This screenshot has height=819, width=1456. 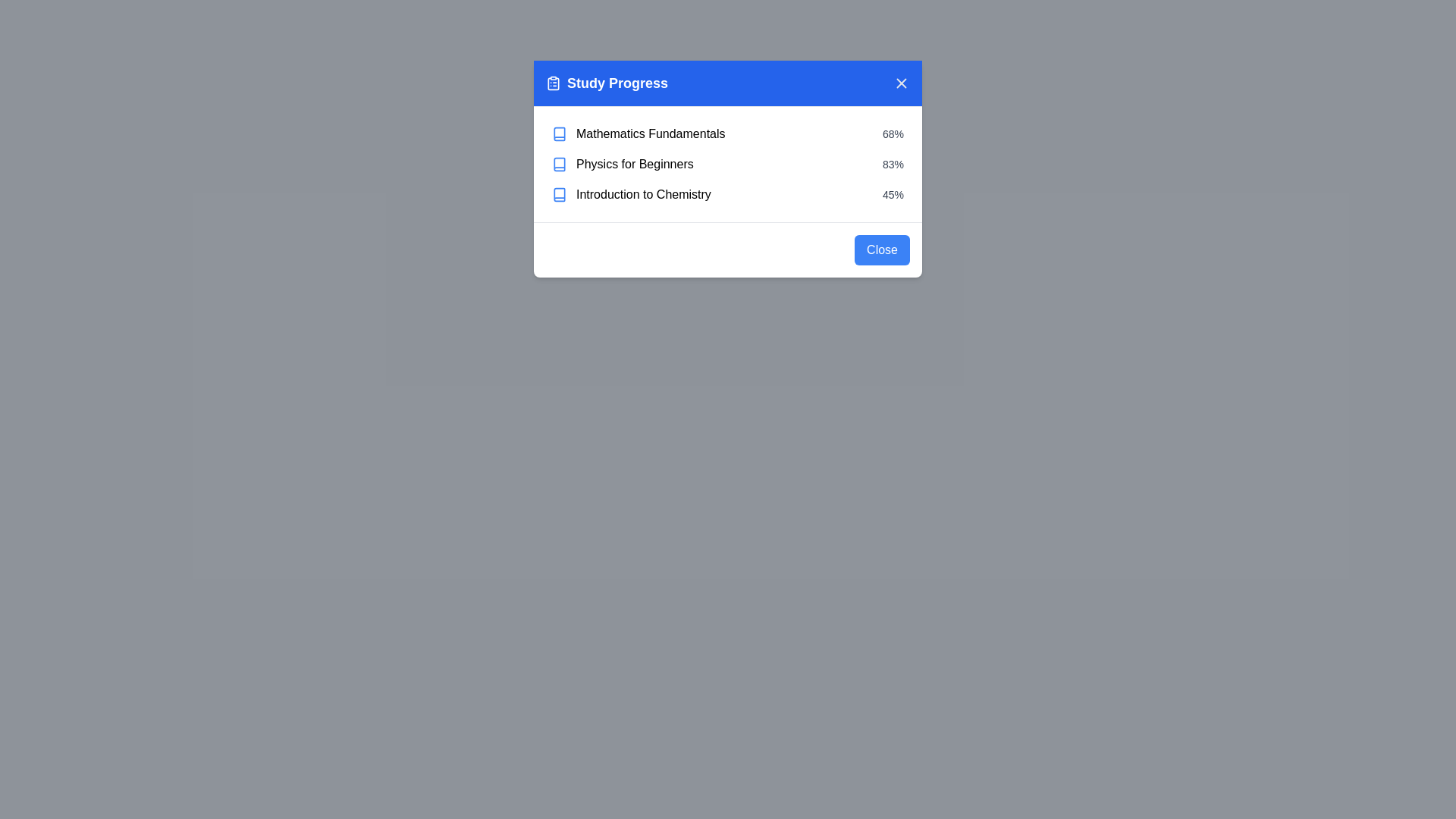 I want to click on the text element displaying '45%' which is located to the right of the 'Introduction to Chemistry' entry in the study progress list, so click(x=893, y=194).